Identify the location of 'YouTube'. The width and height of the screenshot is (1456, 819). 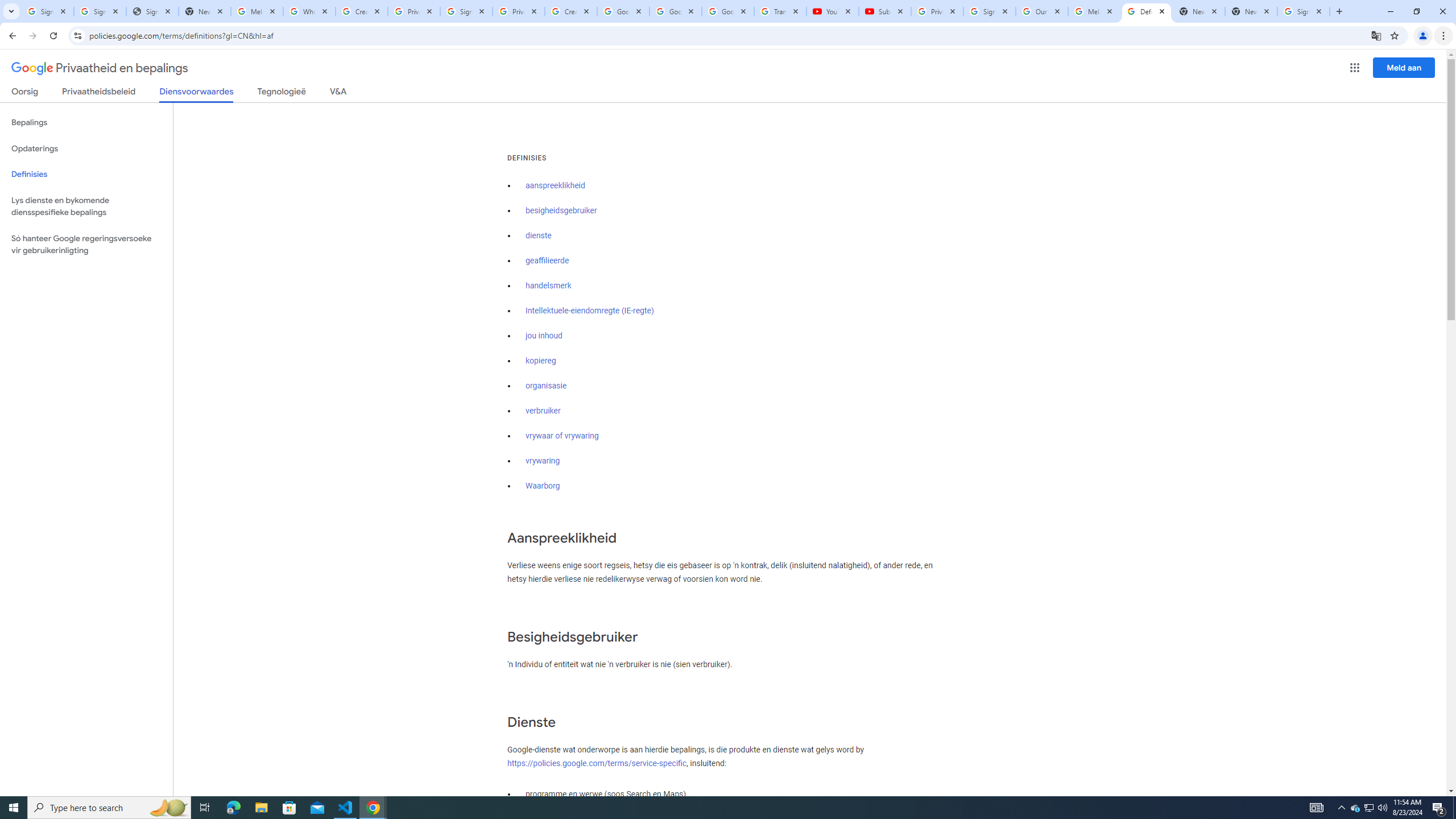
(832, 11).